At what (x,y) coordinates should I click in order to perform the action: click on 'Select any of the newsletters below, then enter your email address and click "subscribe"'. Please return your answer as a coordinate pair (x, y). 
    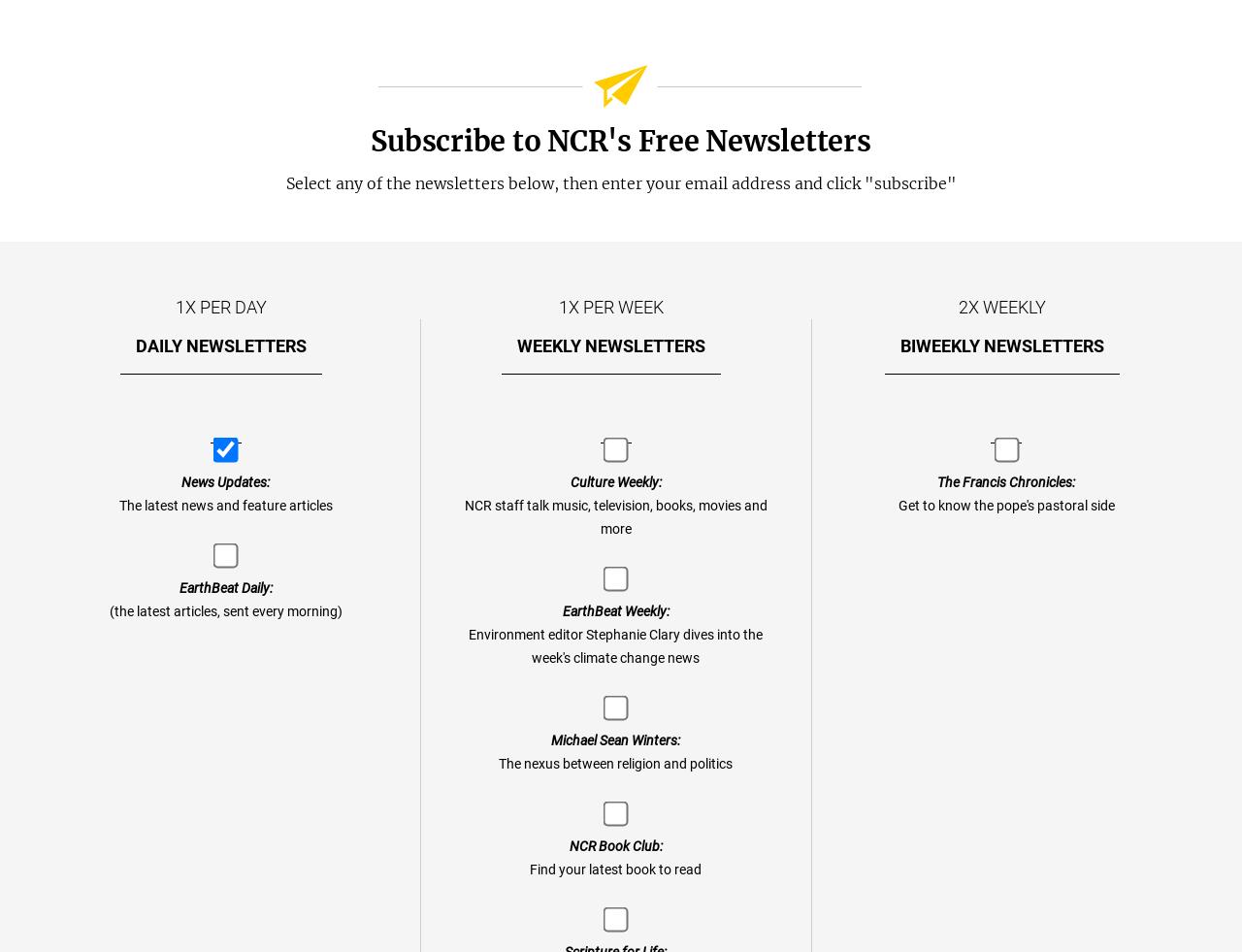
    Looking at the image, I should click on (284, 181).